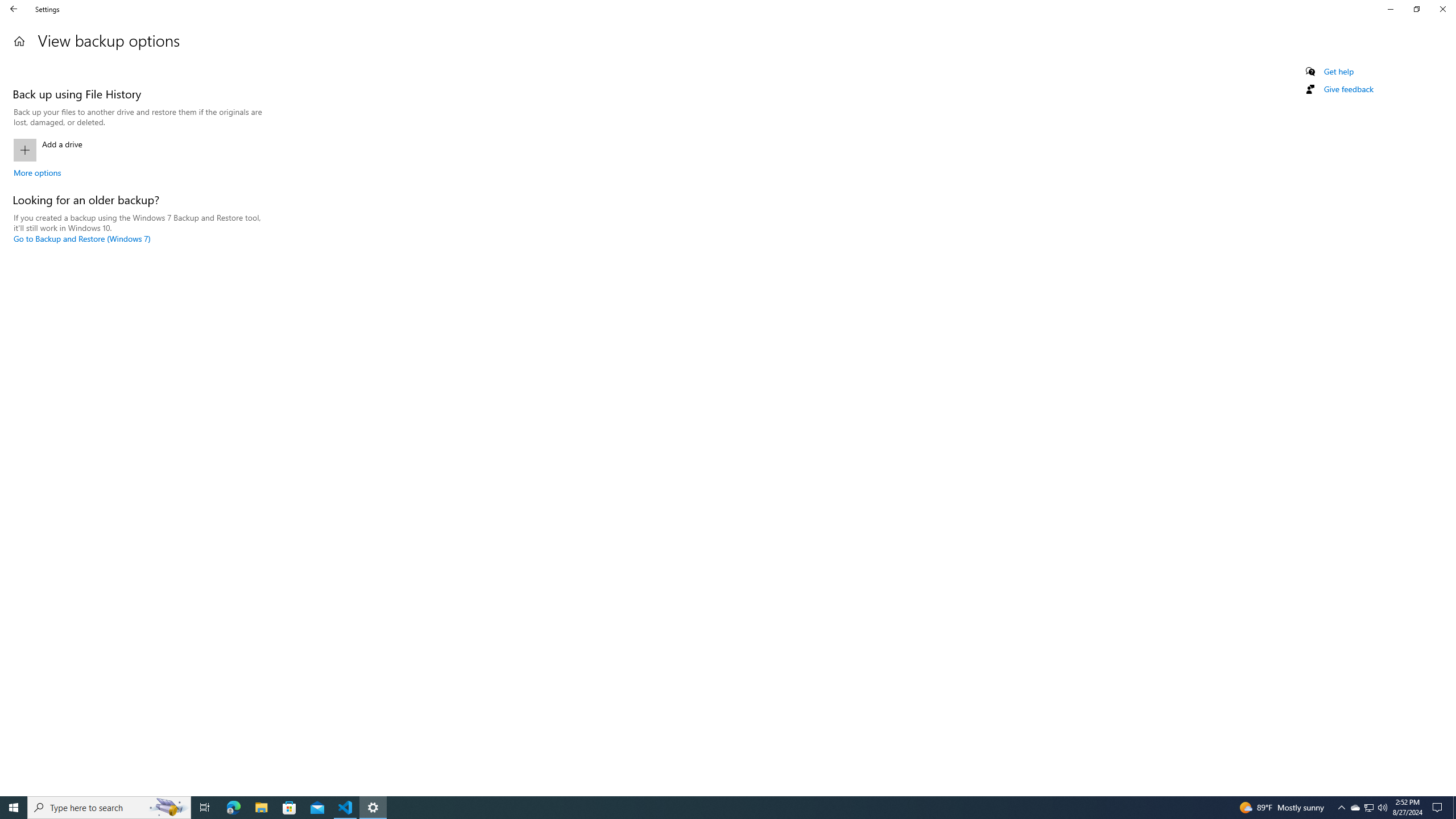 Image resolution: width=1456 pixels, height=819 pixels. What do you see at coordinates (81, 238) in the screenshot?
I see `'Go to Backup and Restore (Windows 7)'` at bounding box center [81, 238].